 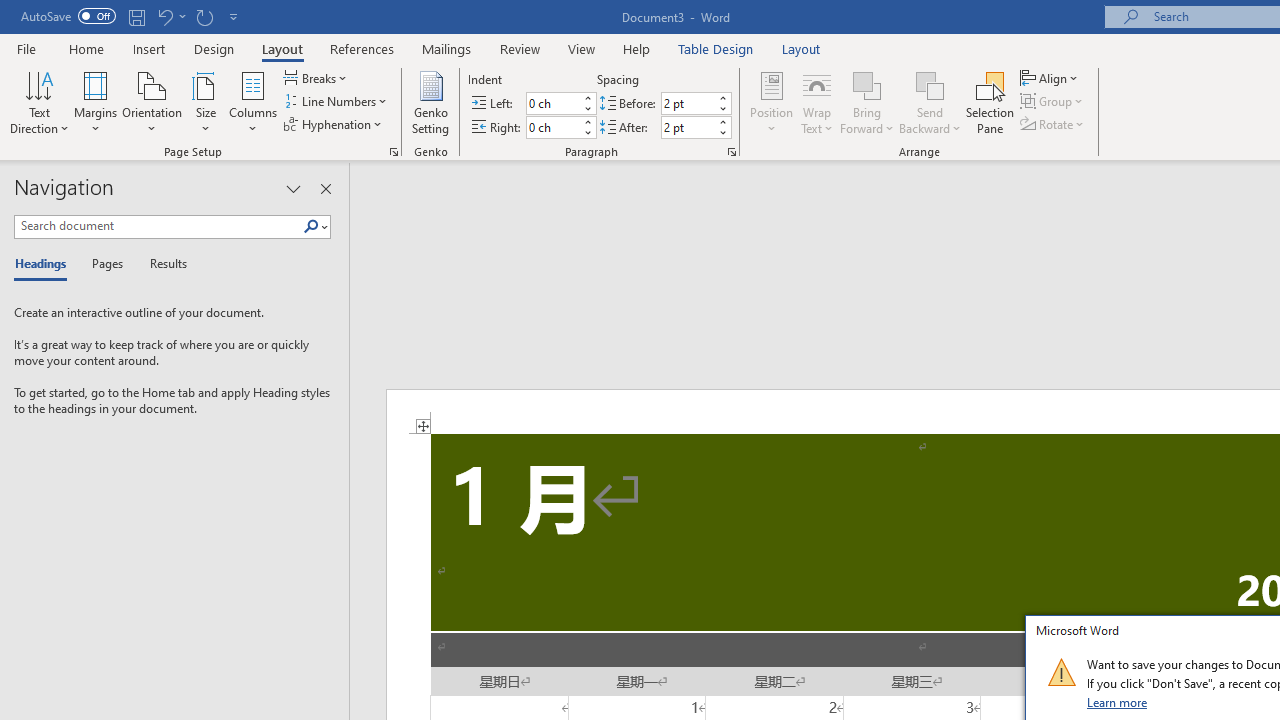 What do you see at coordinates (362, 48) in the screenshot?
I see `'References'` at bounding box center [362, 48].